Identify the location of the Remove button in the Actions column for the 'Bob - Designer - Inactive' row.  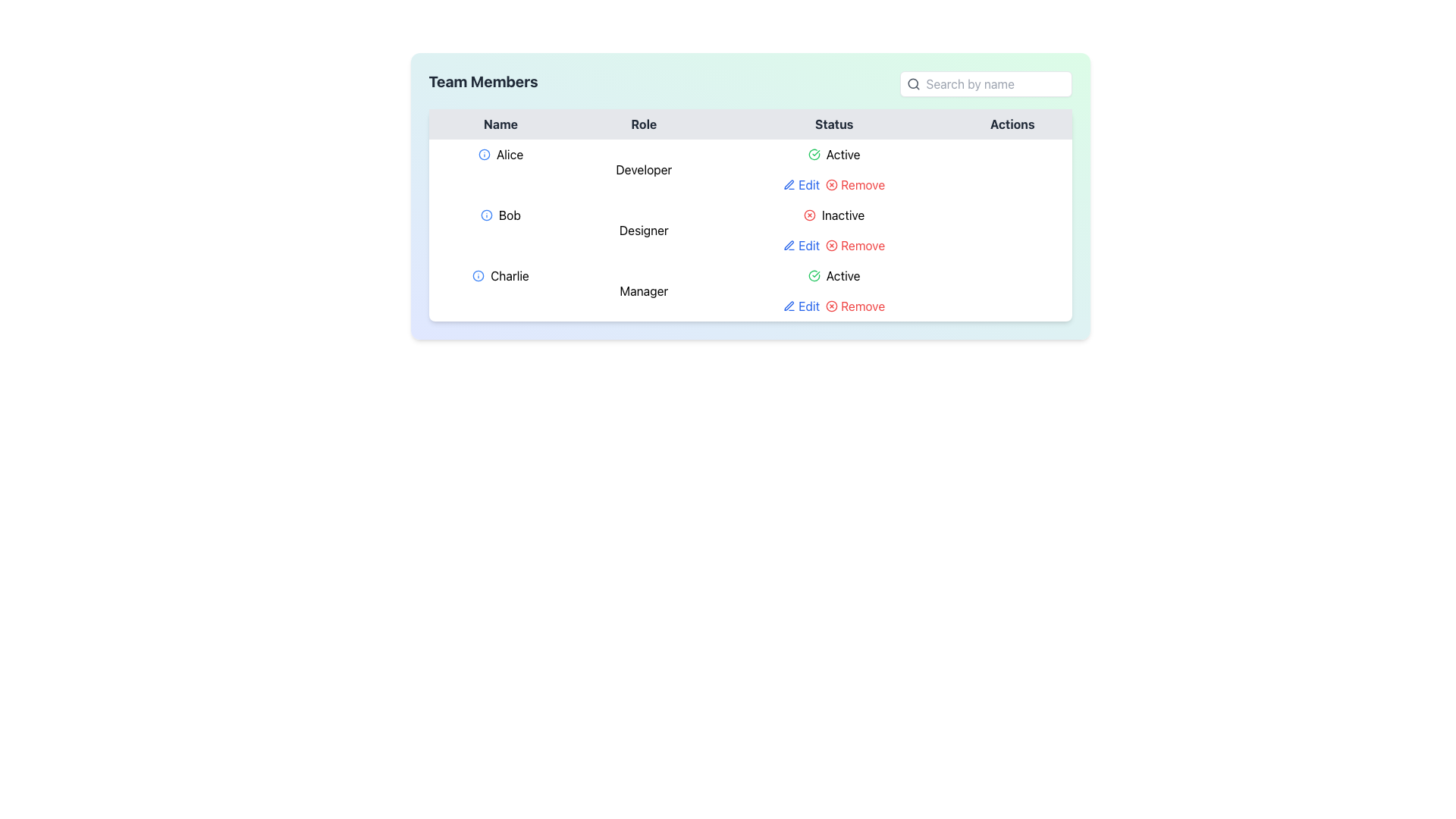
(831, 306).